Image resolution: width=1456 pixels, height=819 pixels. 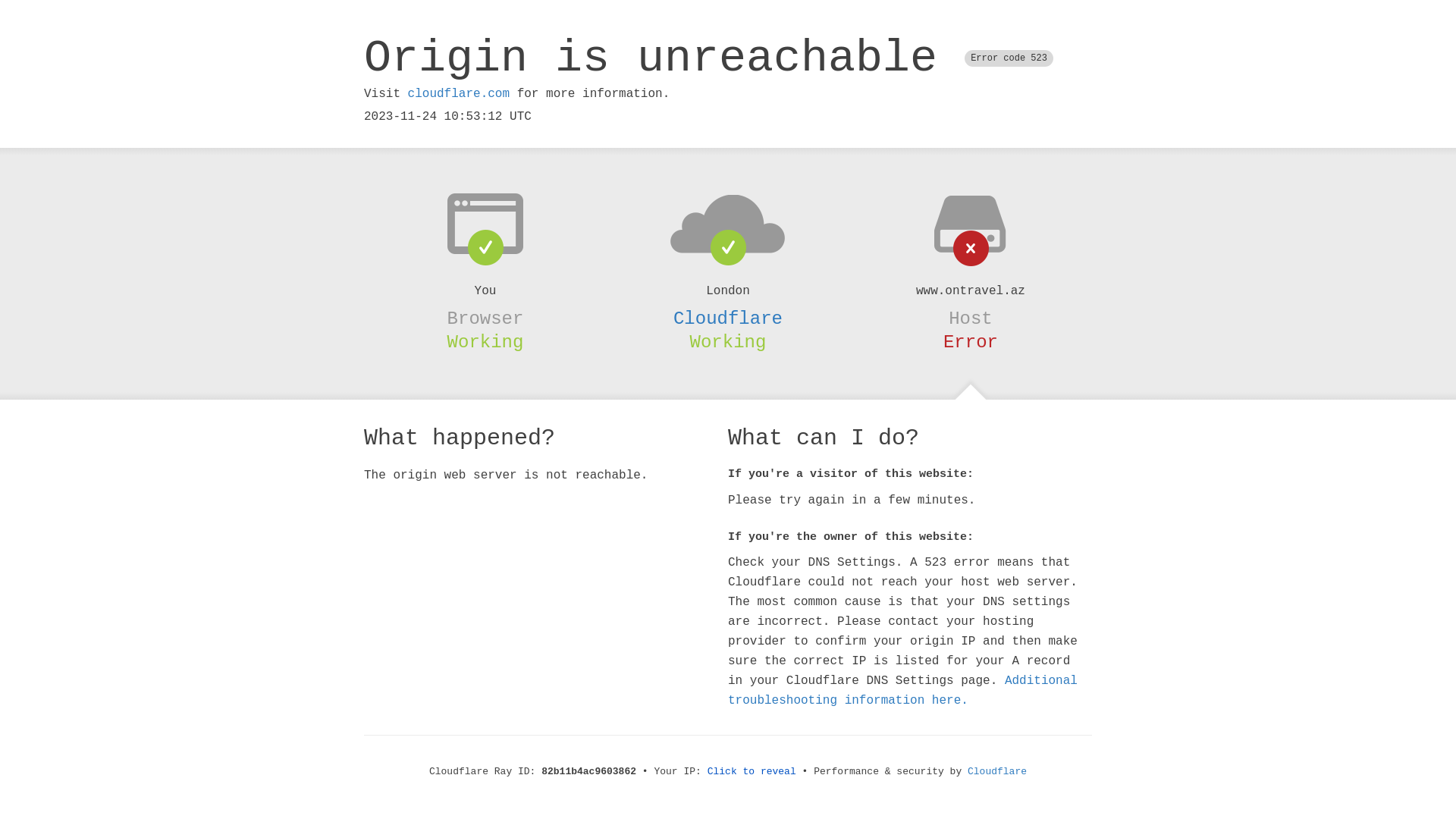 What do you see at coordinates (902, 690) in the screenshot?
I see `'Additional troubleshooting information here.'` at bounding box center [902, 690].